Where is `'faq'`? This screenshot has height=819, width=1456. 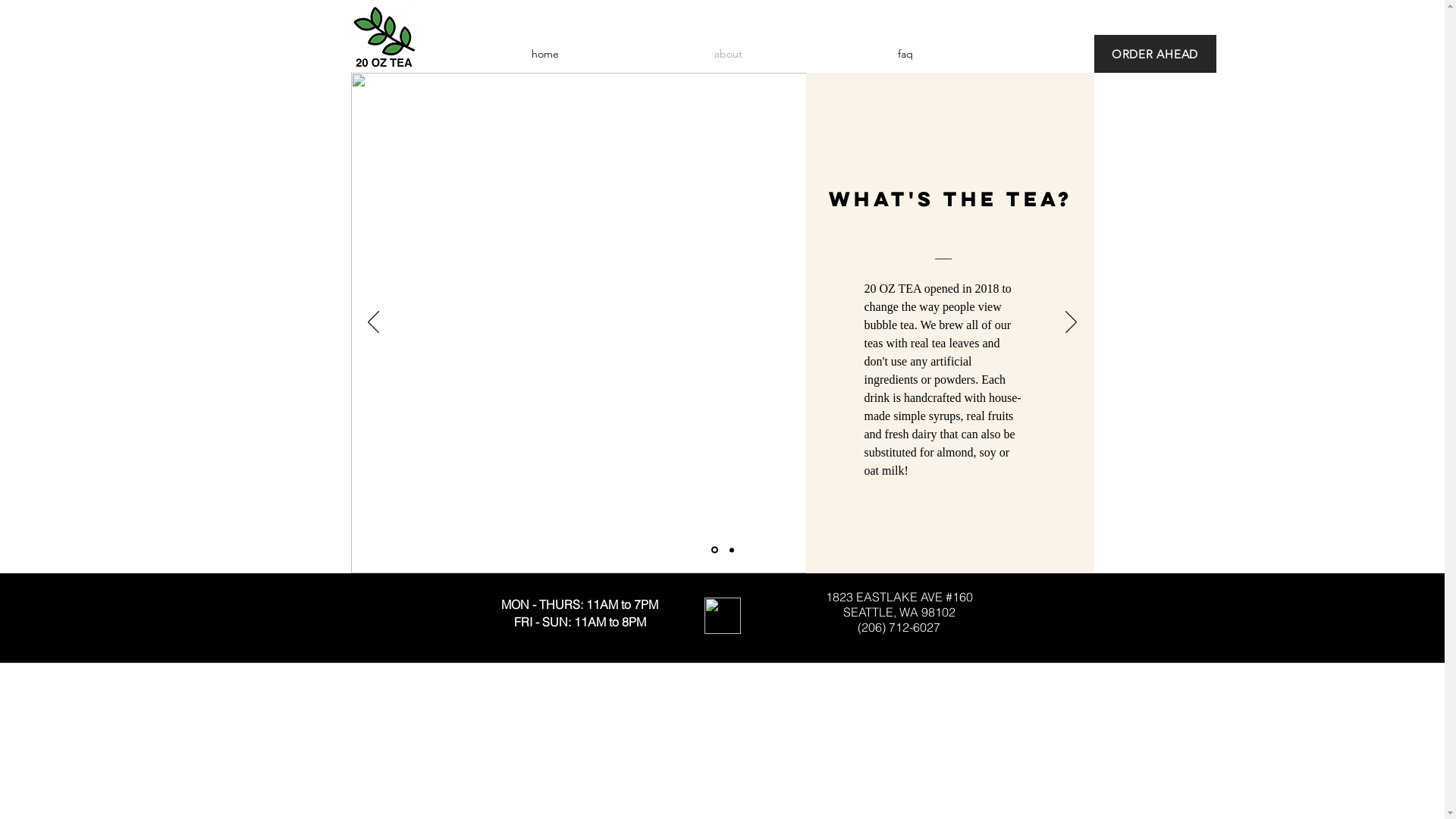
'faq' is located at coordinates (819, 52).